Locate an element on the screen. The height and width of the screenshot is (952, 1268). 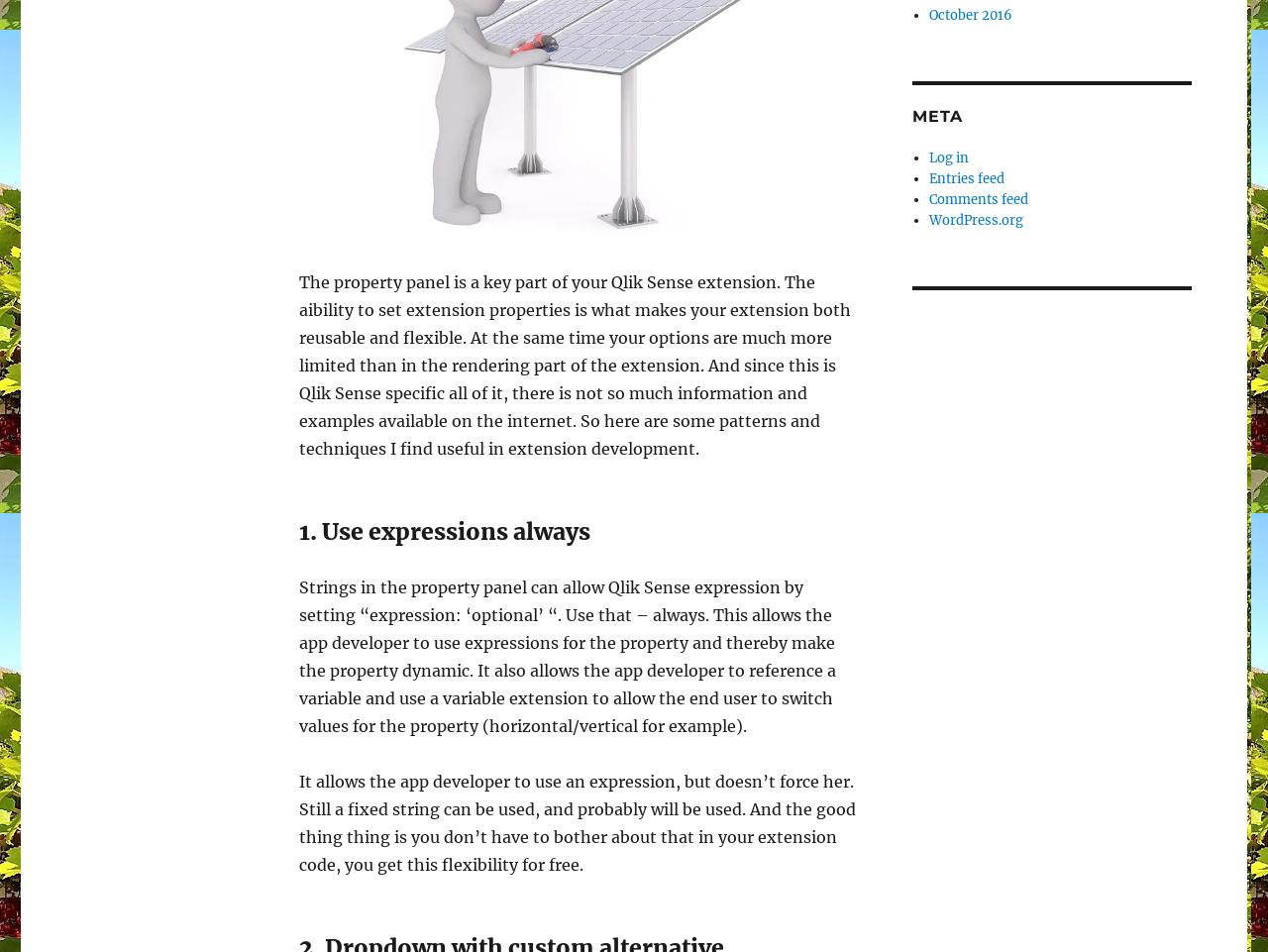
'1. Use expressions always' is located at coordinates (444, 530).